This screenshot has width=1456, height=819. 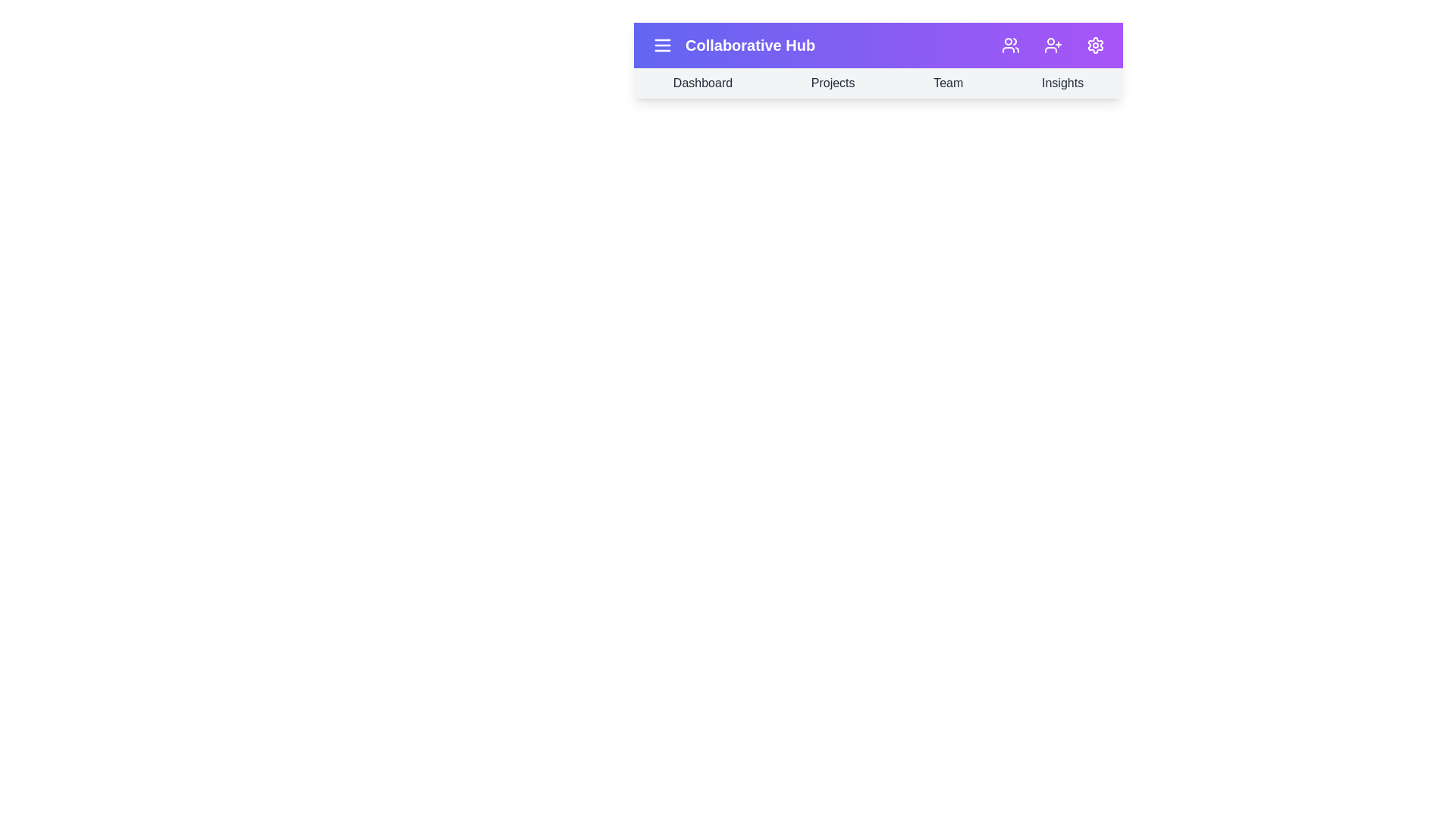 I want to click on the navigation bar section corresponding to Team, so click(x=947, y=83).